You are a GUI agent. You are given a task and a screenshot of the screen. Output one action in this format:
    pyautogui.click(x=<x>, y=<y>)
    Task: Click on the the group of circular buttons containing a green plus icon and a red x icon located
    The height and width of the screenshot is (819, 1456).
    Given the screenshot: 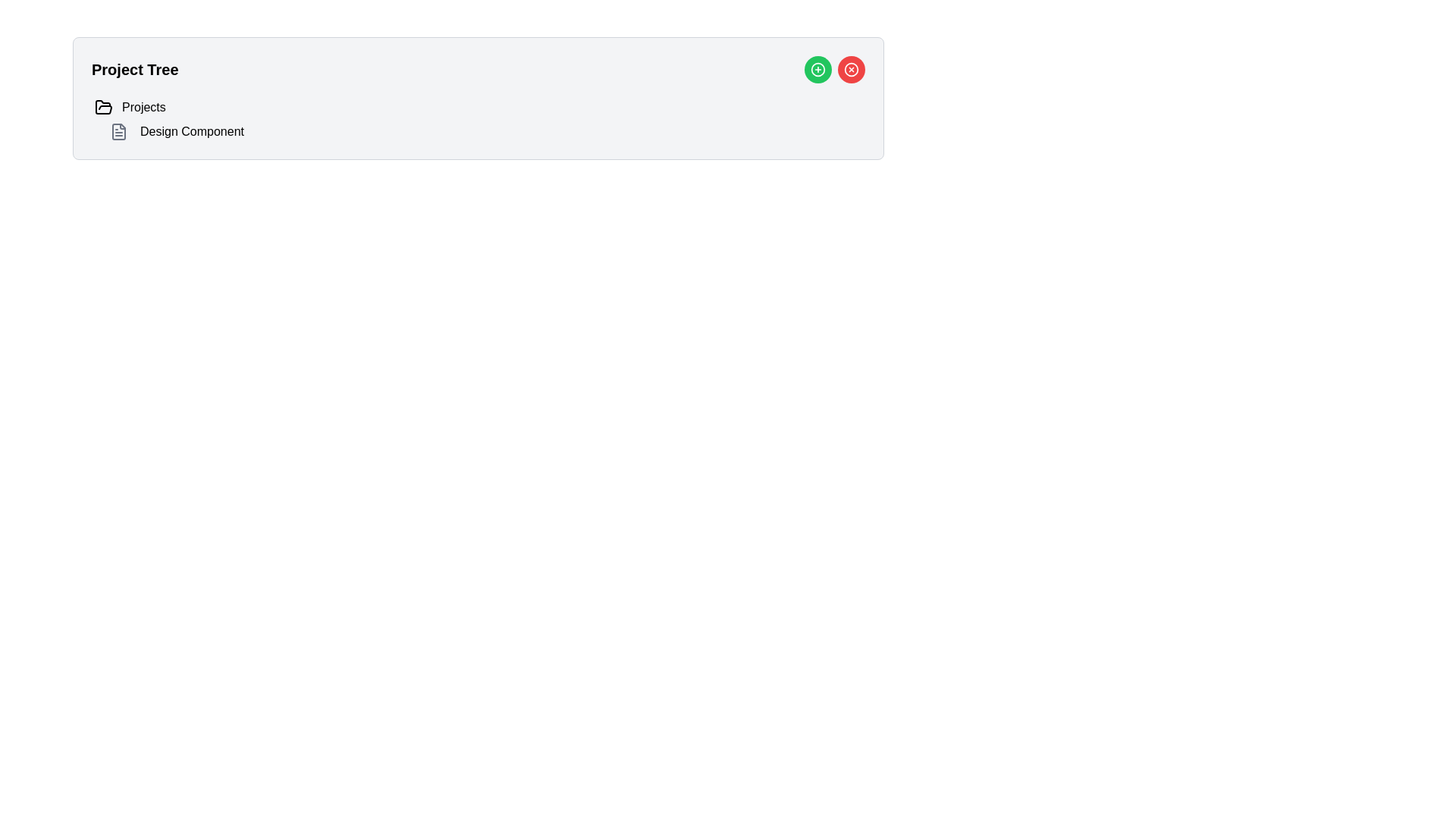 What is the action you would take?
    pyautogui.click(x=833, y=70)
    